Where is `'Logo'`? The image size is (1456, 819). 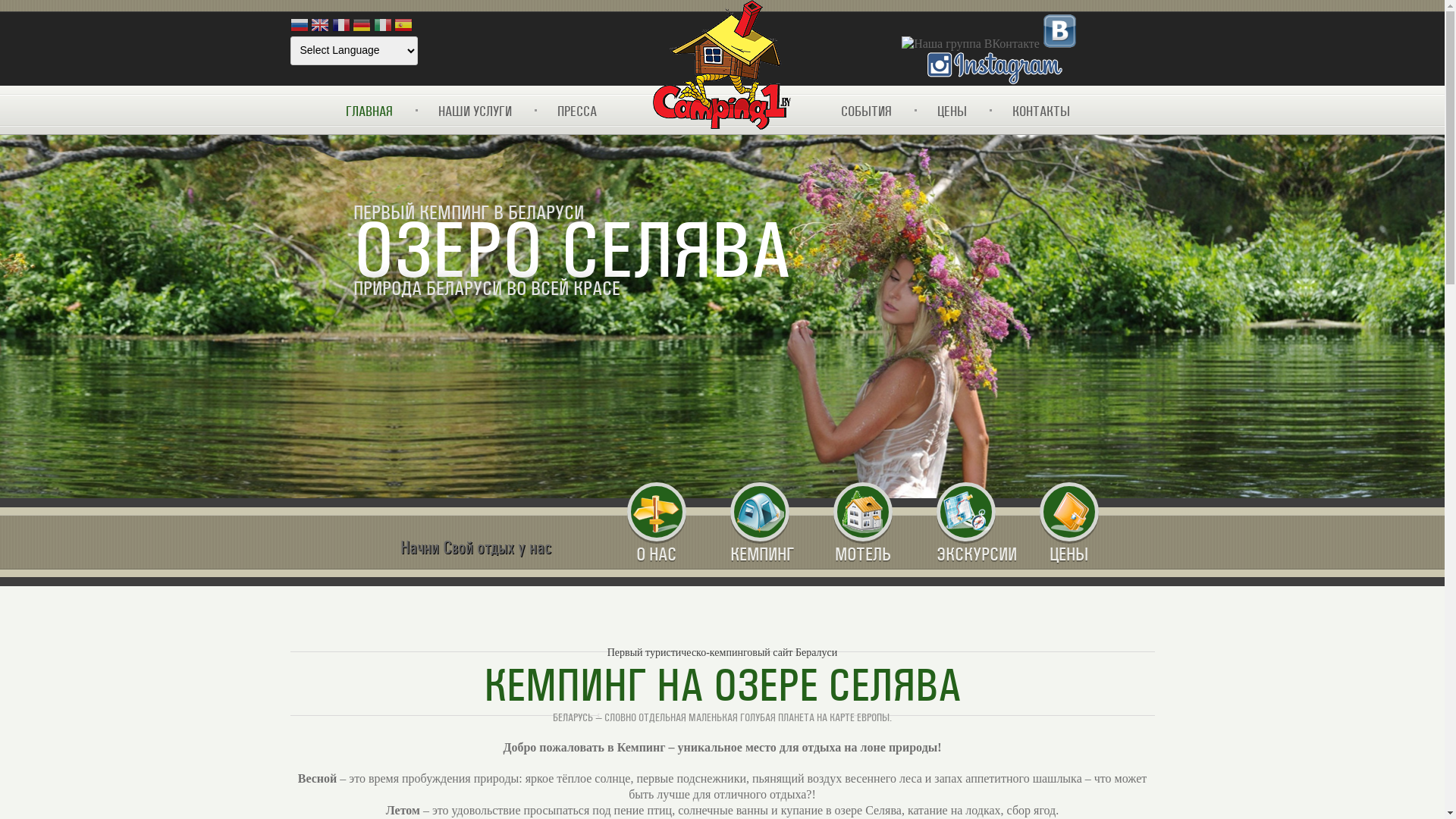
'Logo' is located at coordinates (720, 65).